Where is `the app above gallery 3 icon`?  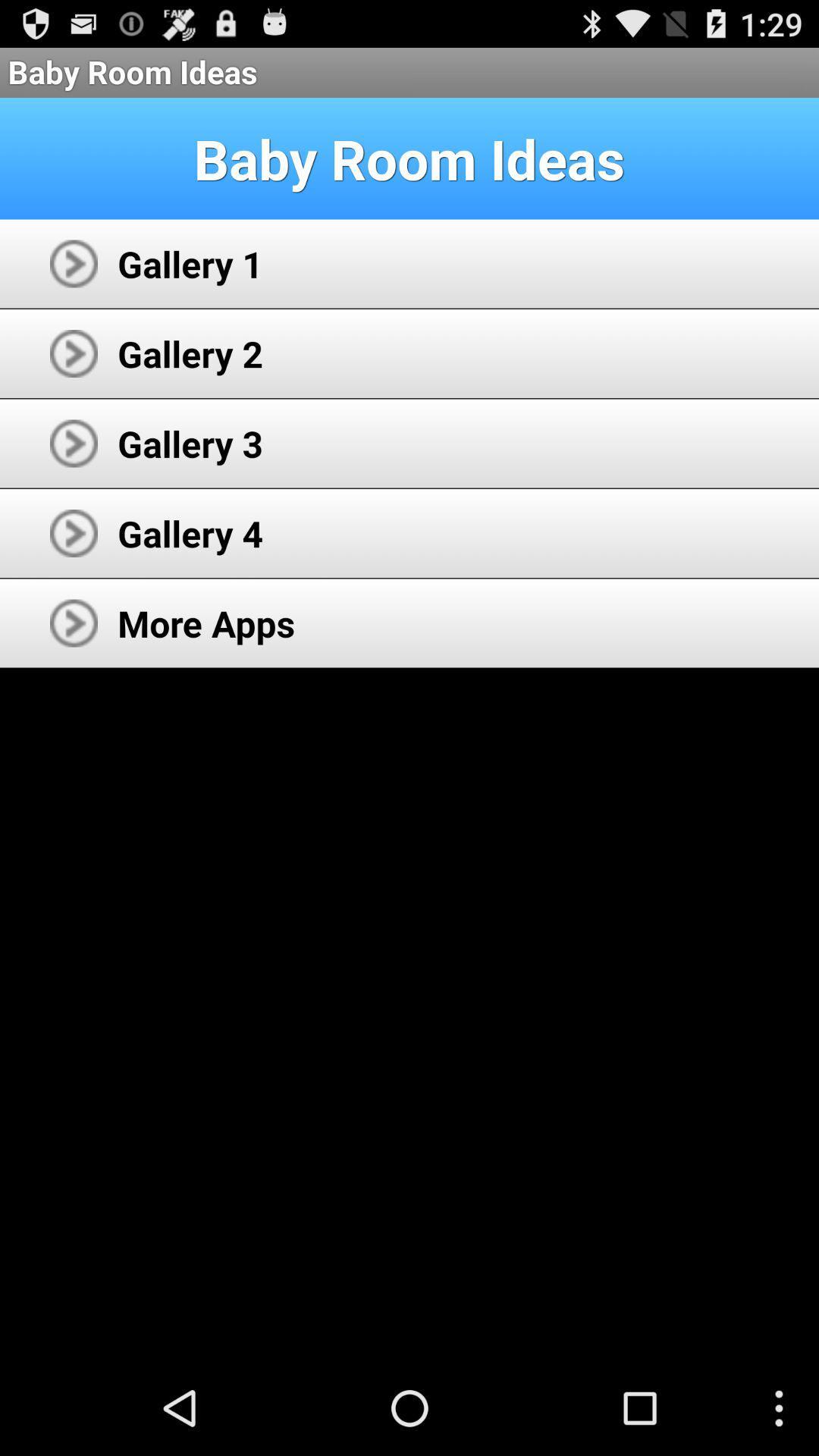 the app above gallery 3 icon is located at coordinates (190, 353).